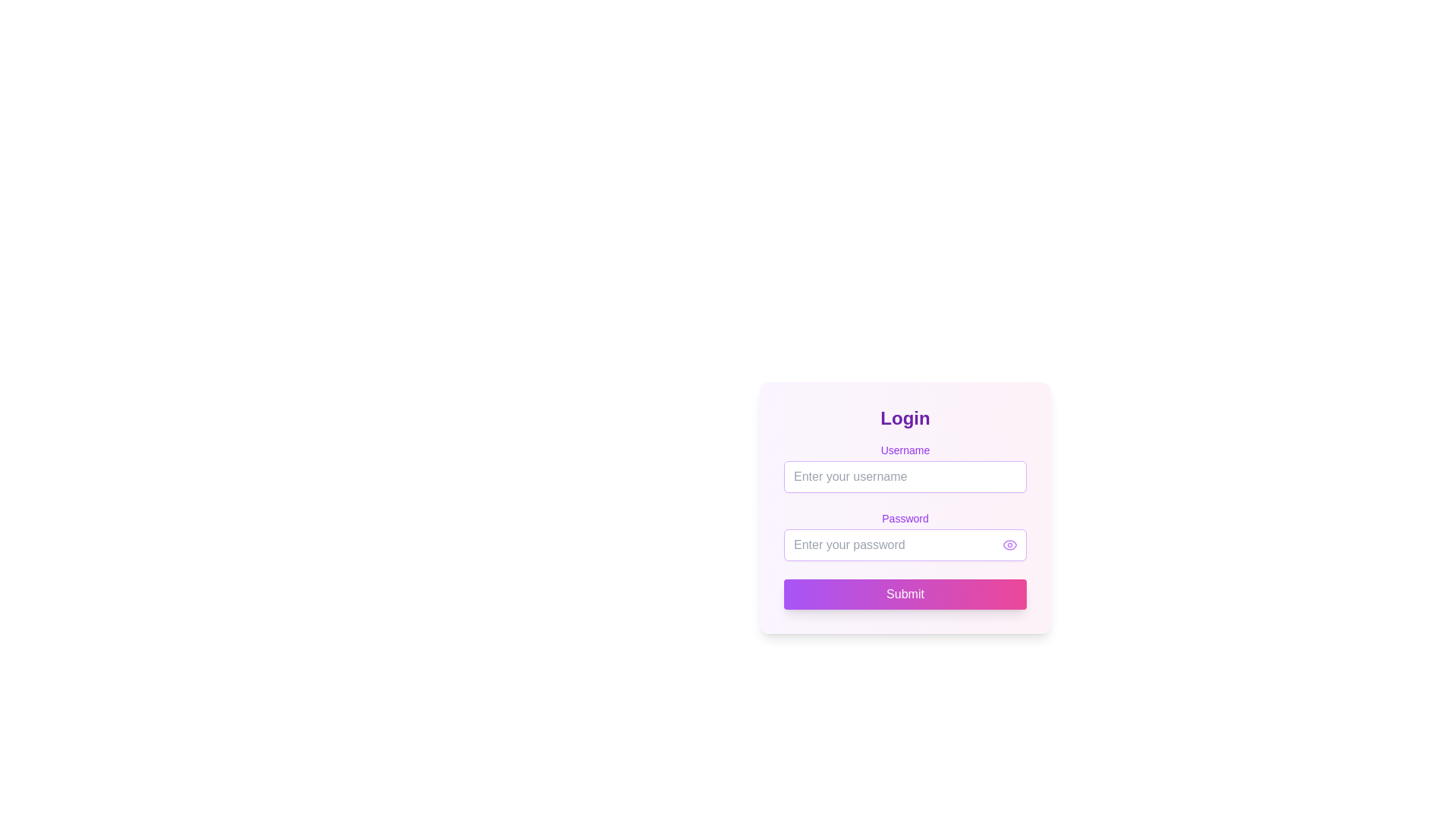 The height and width of the screenshot is (819, 1456). What do you see at coordinates (905, 418) in the screenshot?
I see `the title text label for the login form, which is centered above the username and password input fields` at bounding box center [905, 418].